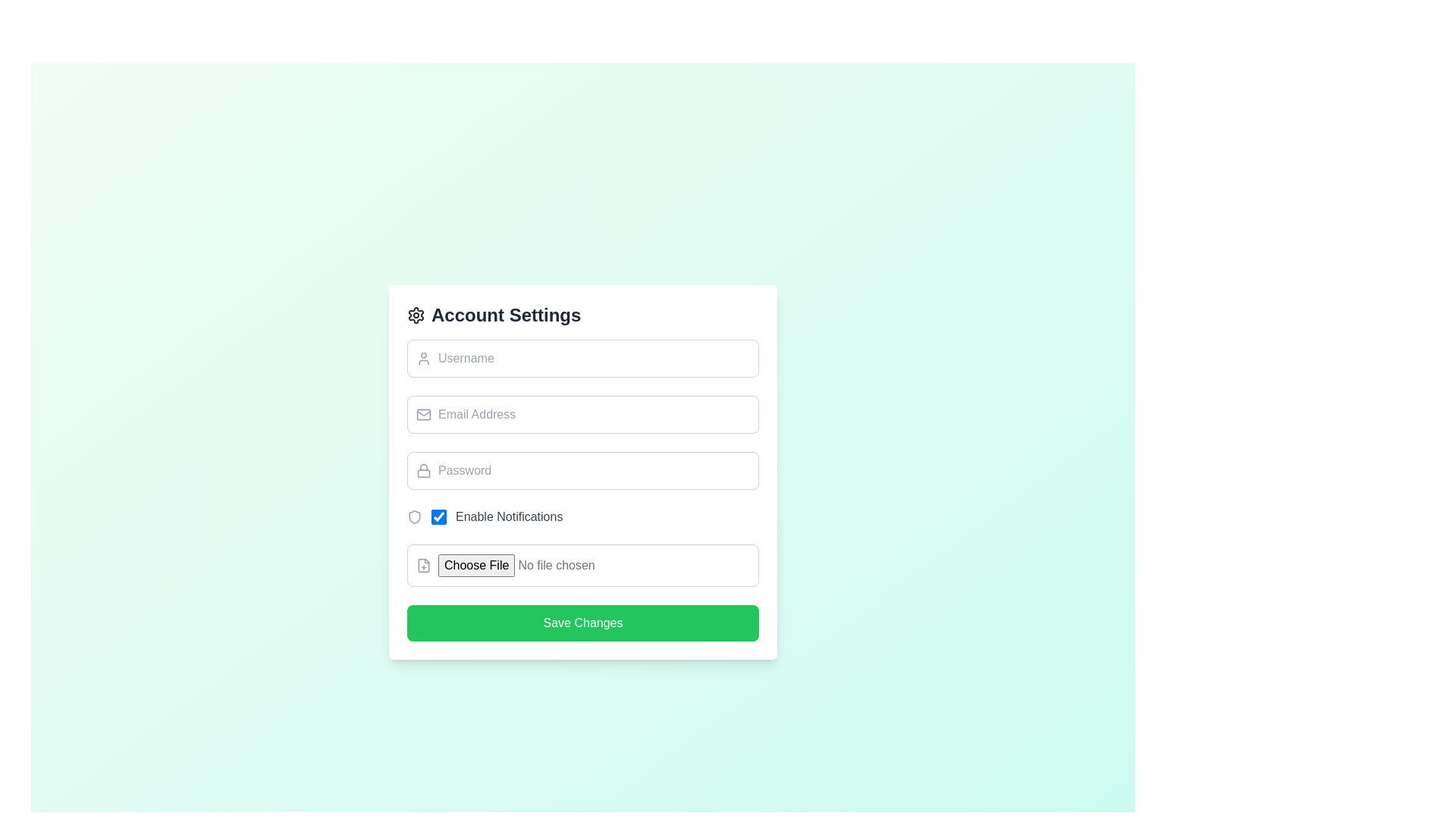 The width and height of the screenshot is (1456, 819). What do you see at coordinates (415, 516) in the screenshot?
I see `the shield icon located near the top-left corner of the settings panel, adjacent to the 'Account Settings' label` at bounding box center [415, 516].